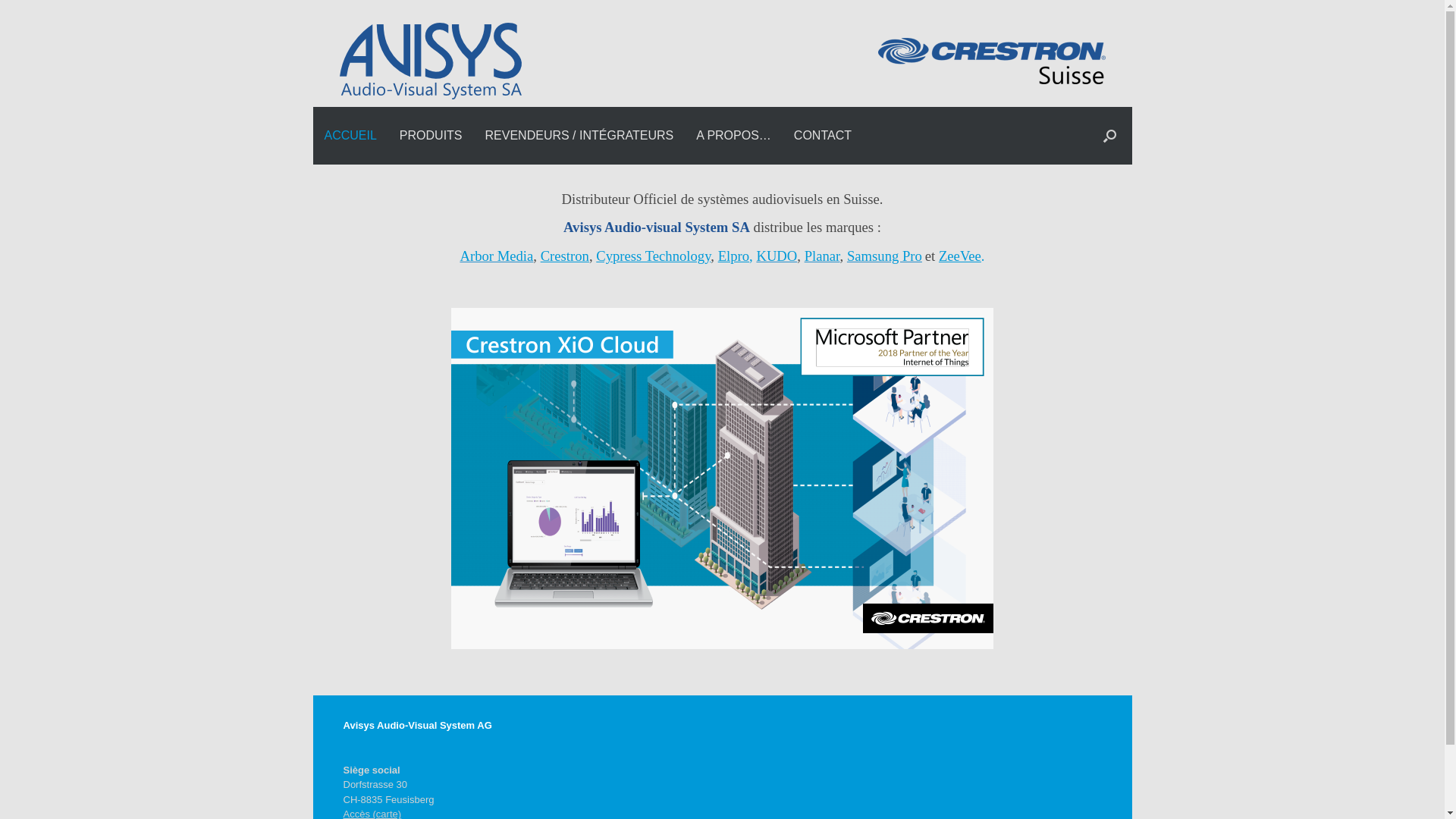  Describe the element at coordinates (349, 134) in the screenshot. I see `'ACCUEIL'` at that location.